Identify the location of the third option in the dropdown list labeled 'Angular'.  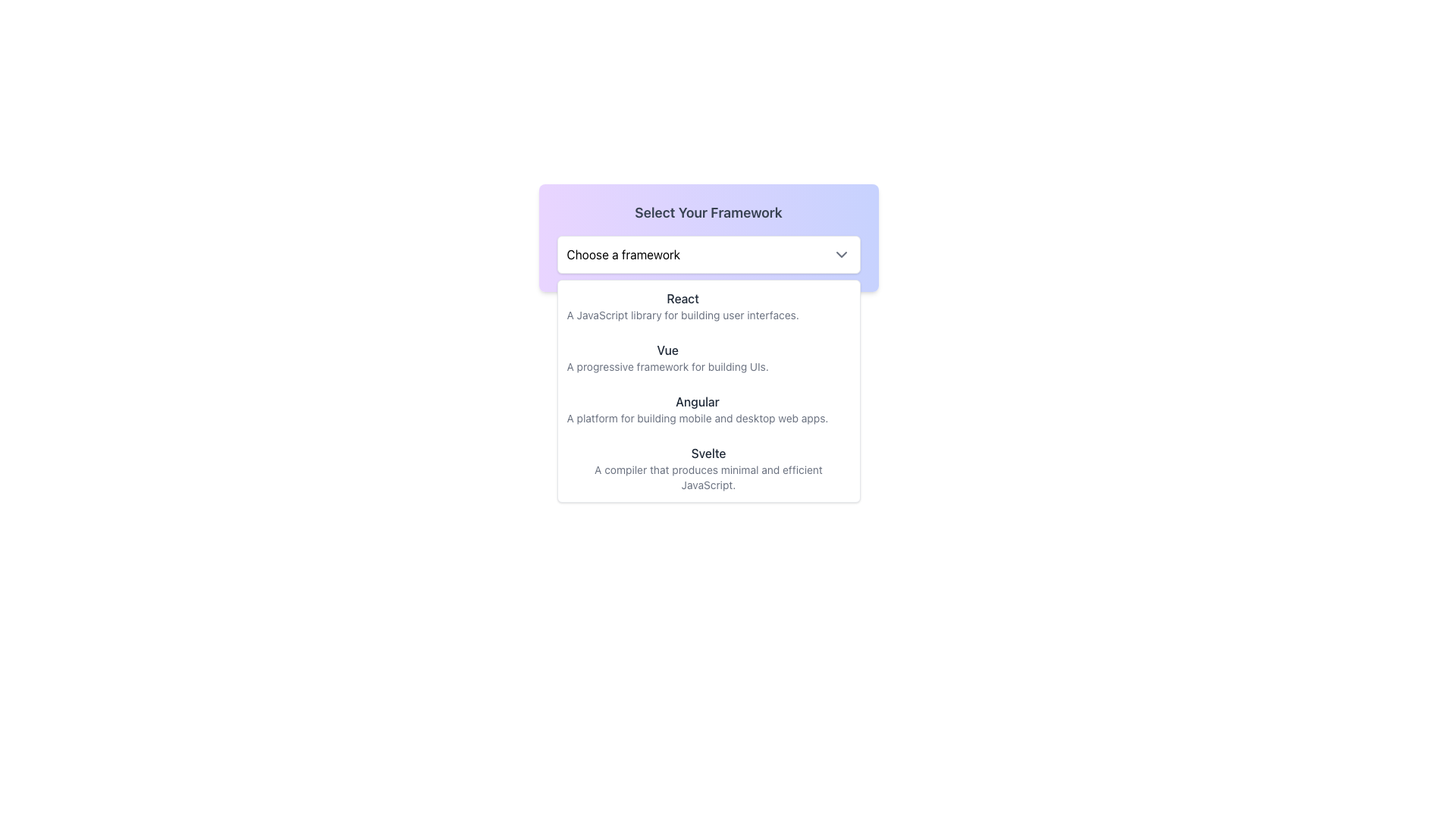
(708, 391).